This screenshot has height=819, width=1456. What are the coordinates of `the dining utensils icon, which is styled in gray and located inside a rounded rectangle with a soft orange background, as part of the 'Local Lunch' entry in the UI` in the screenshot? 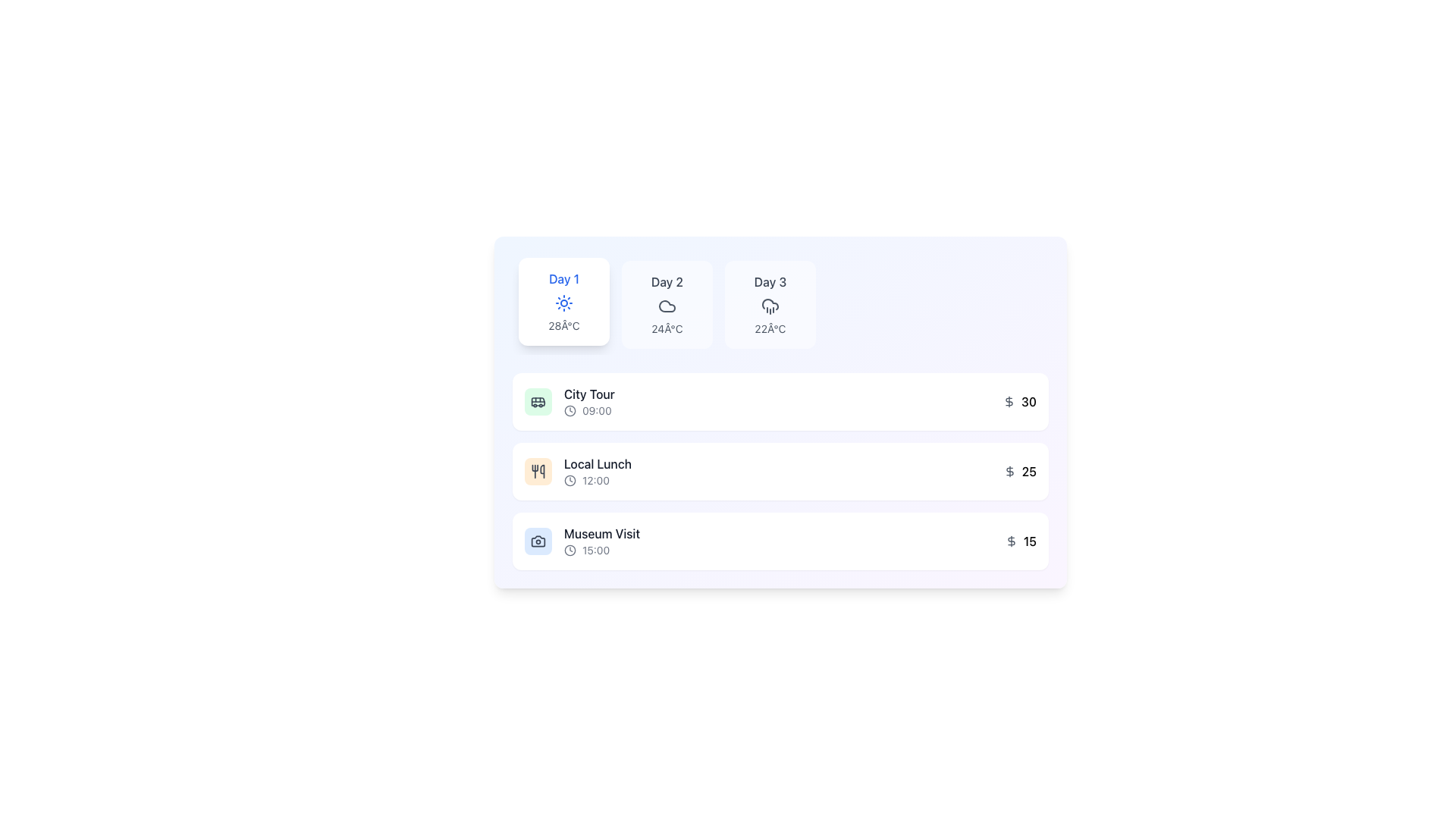 It's located at (538, 470).